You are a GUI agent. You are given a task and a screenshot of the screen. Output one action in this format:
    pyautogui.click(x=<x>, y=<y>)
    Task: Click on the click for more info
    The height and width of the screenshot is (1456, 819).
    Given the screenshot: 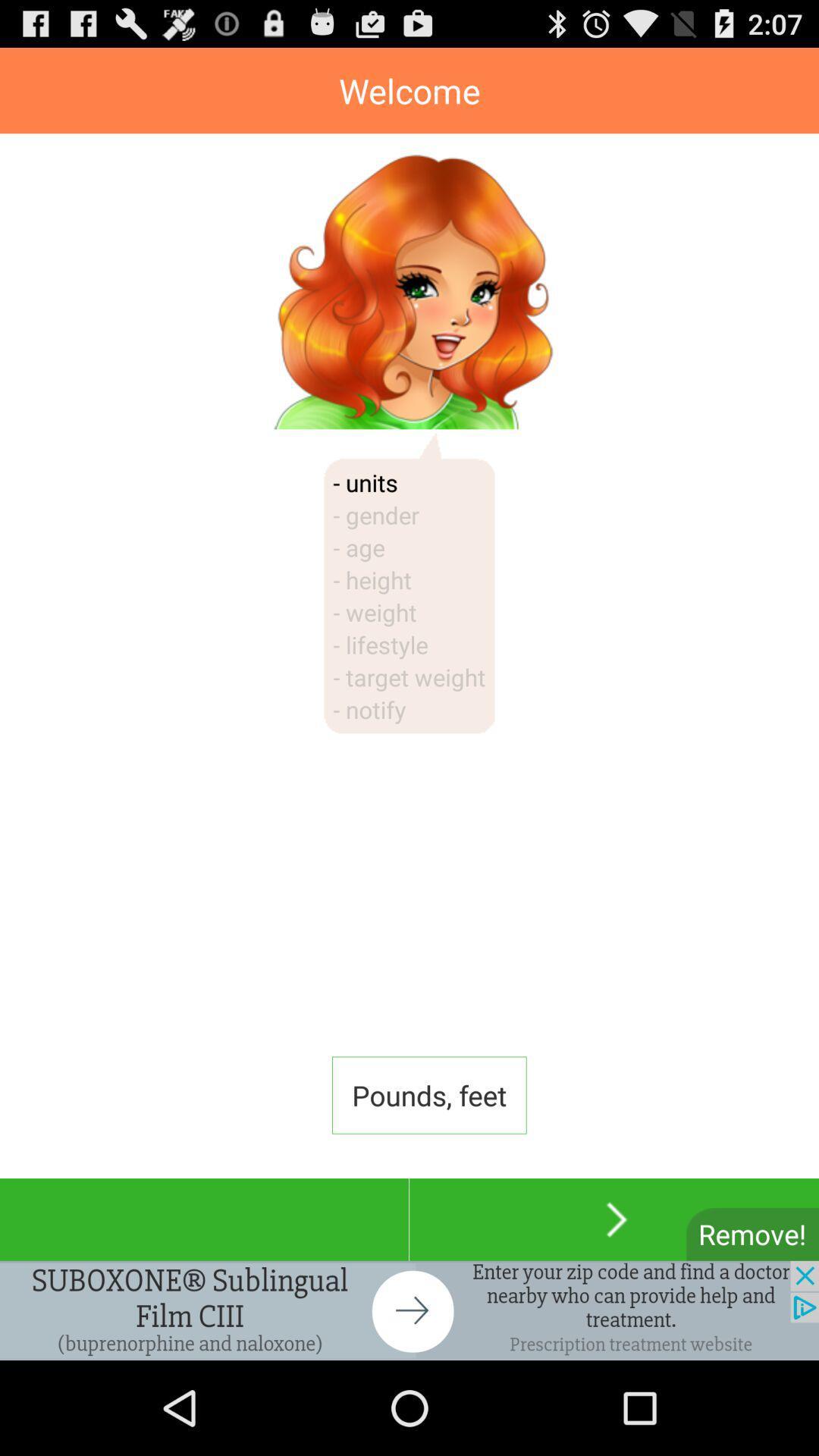 What is the action you would take?
    pyautogui.click(x=409, y=1310)
    